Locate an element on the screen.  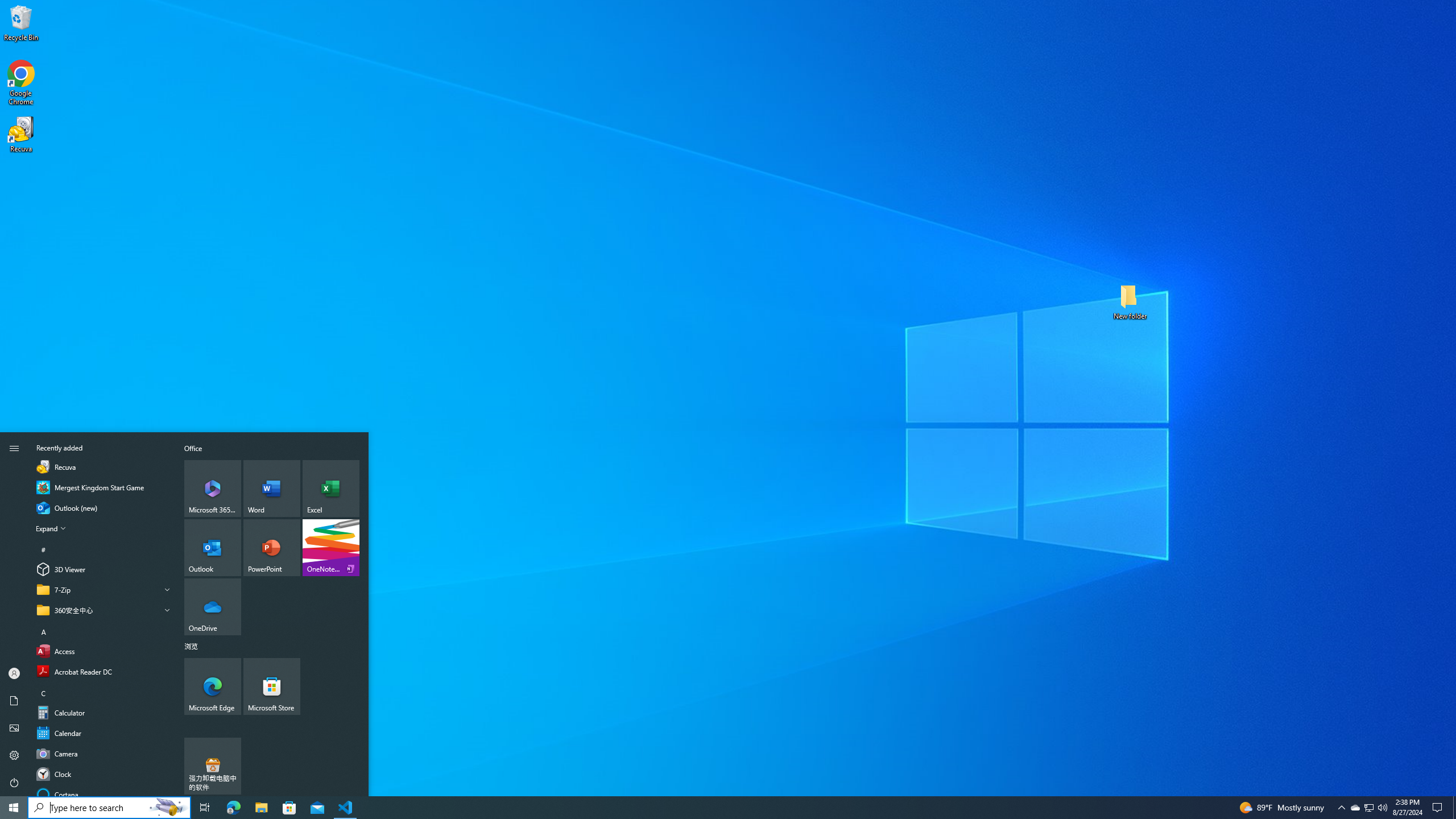
'Search box' is located at coordinates (86, 806).